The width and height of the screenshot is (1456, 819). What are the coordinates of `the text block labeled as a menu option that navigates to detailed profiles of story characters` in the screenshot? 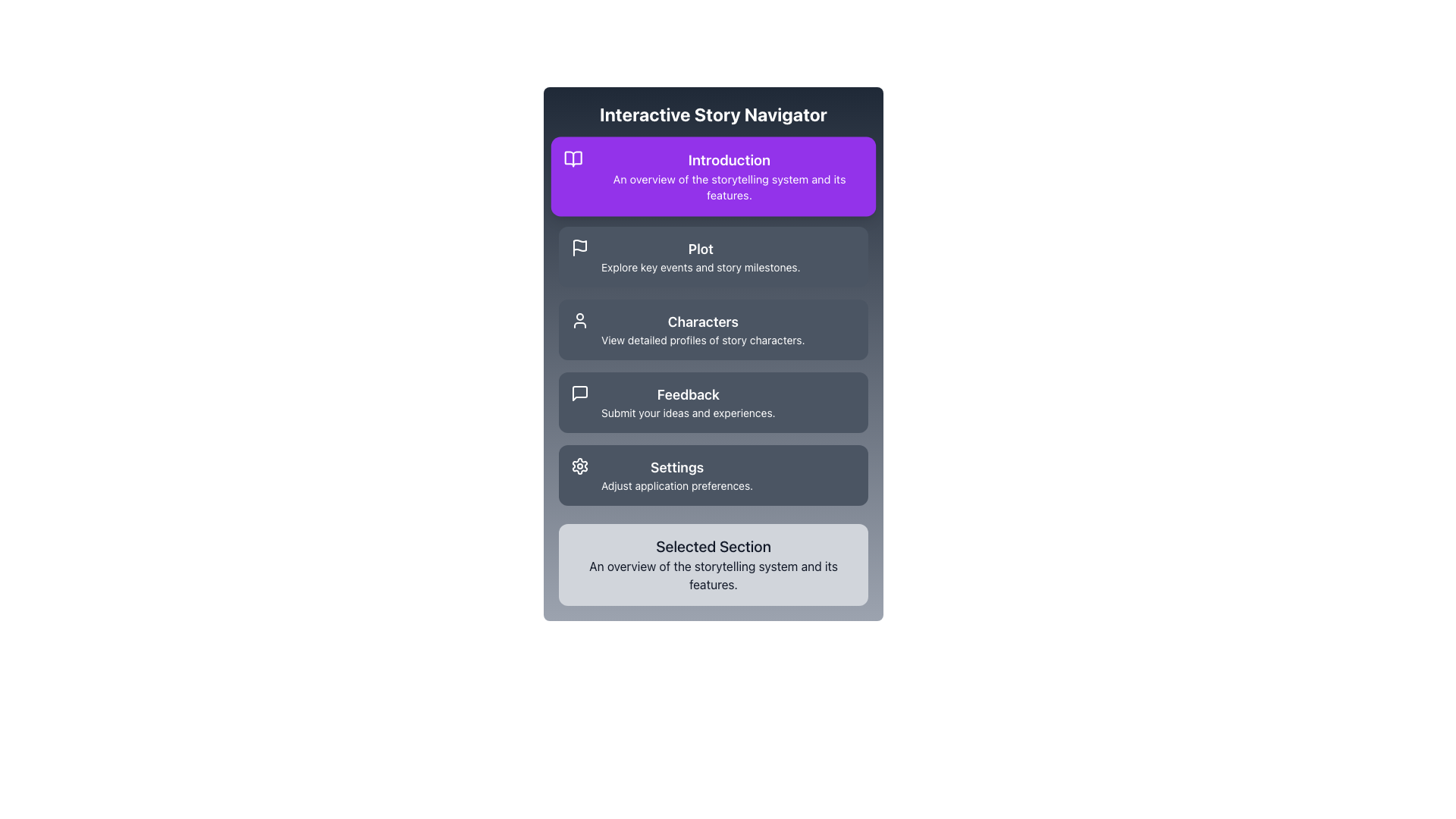 It's located at (701, 329).